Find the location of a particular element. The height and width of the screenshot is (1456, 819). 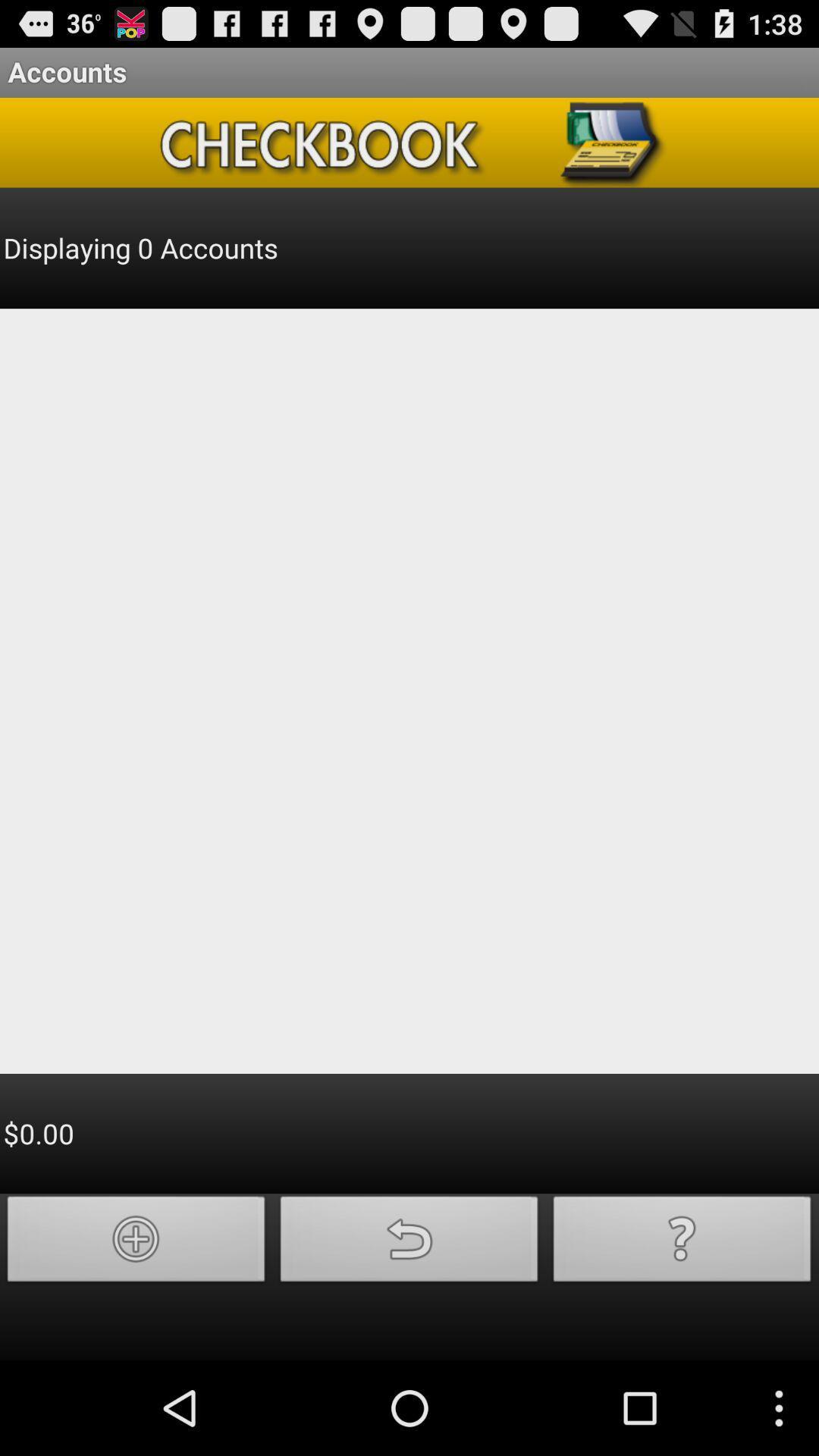

go back is located at coordinates (409, 1243).